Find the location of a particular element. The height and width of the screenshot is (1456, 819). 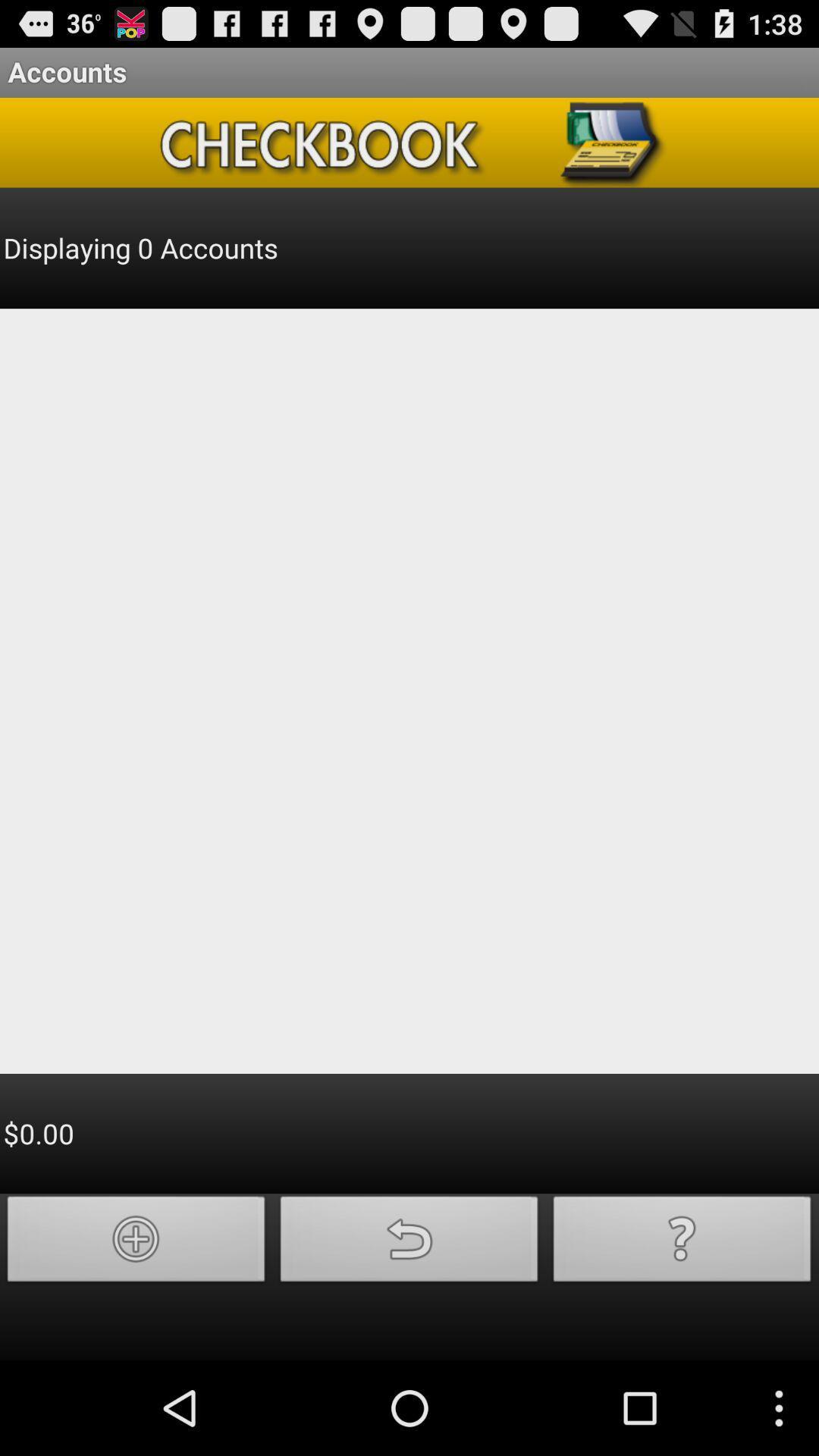

go back is located at coordinates (409, 1243).